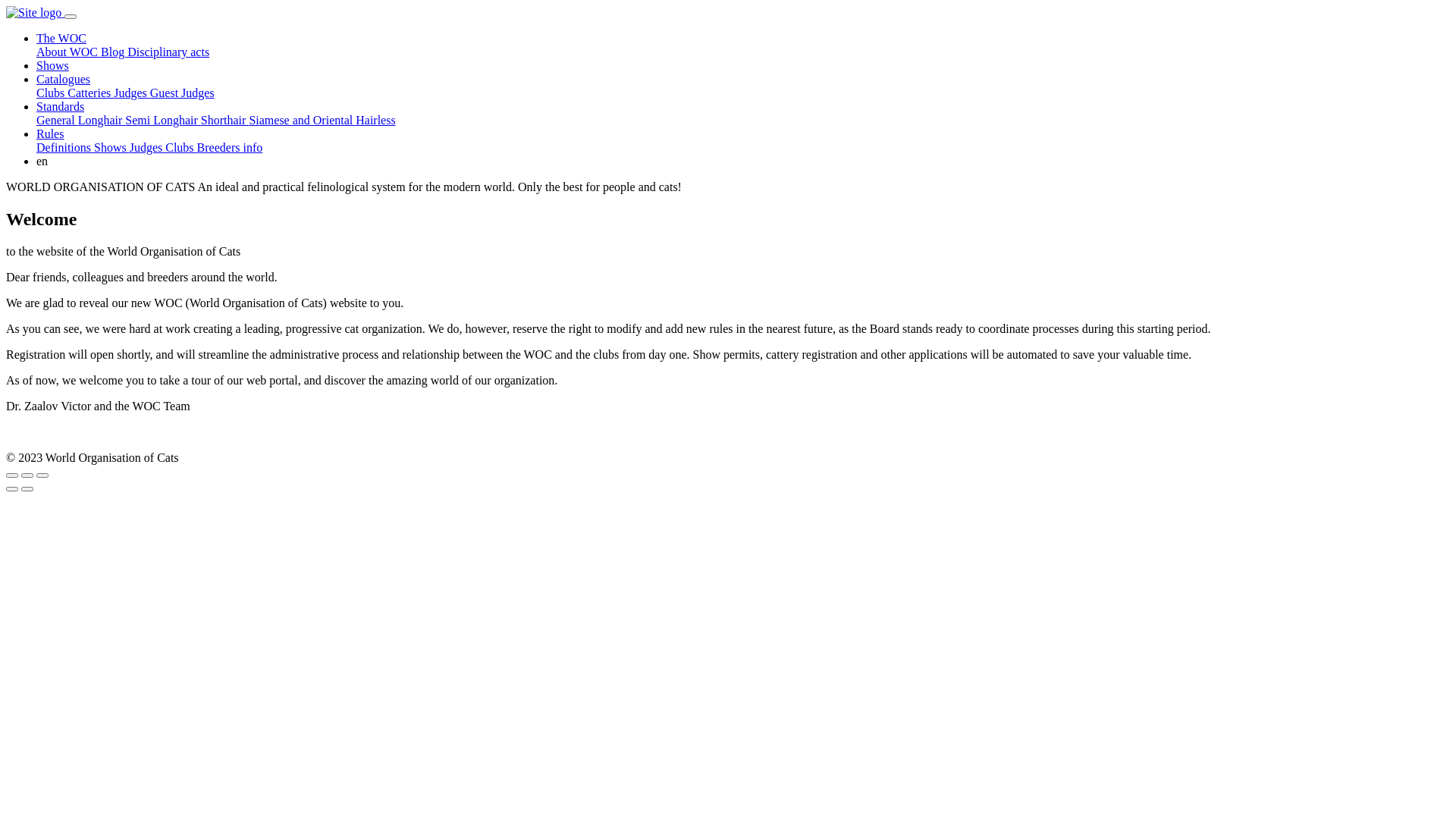 The height and width of the screenshot is (819, 1456). What do you see at coordinates (11, 475) in the screenshot?
I see `'Close (Esc)'` at bounding box center [11, 475].